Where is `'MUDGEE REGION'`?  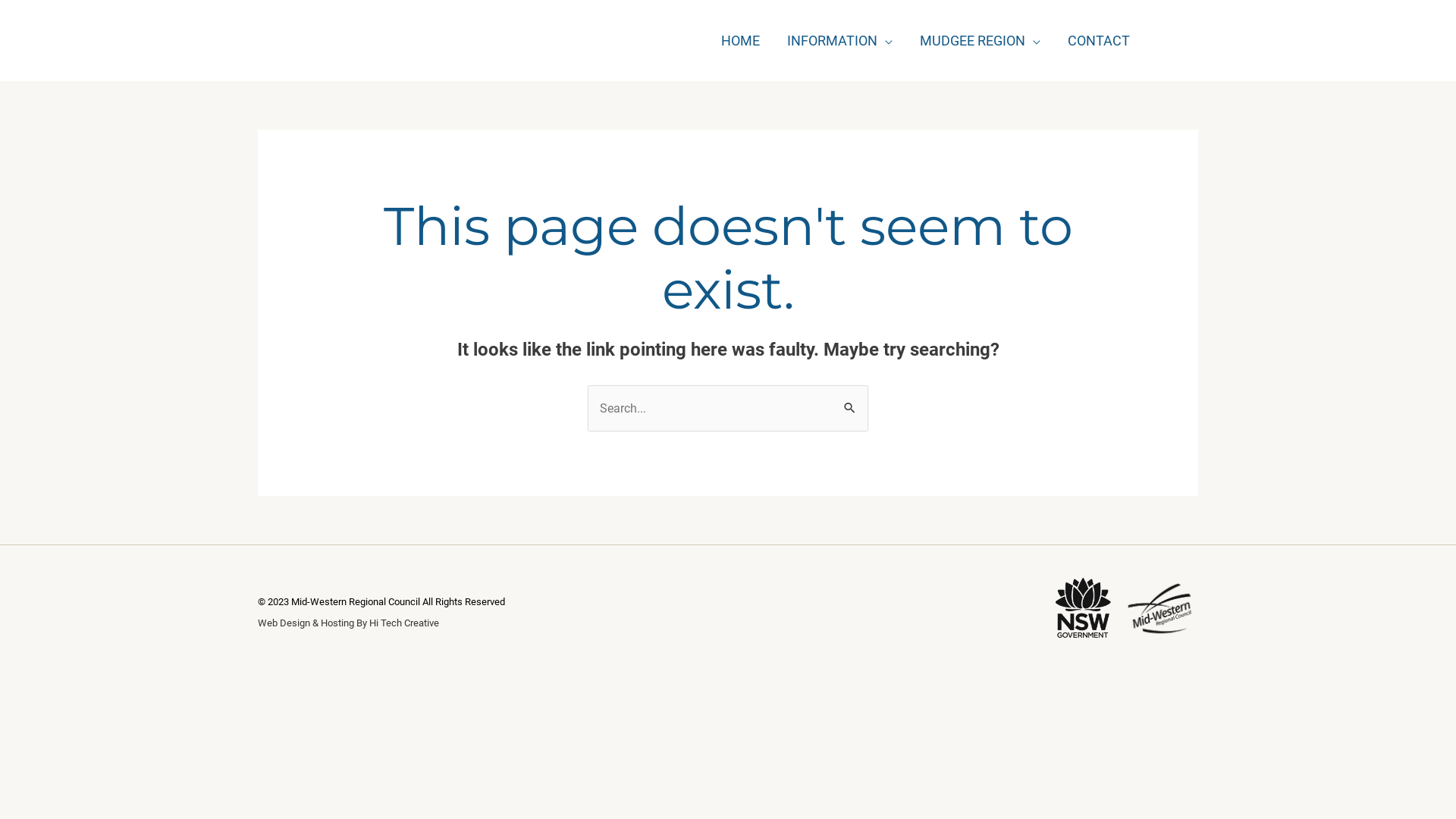 'MUDGEE REGION' is located at coordinates (906, 39).